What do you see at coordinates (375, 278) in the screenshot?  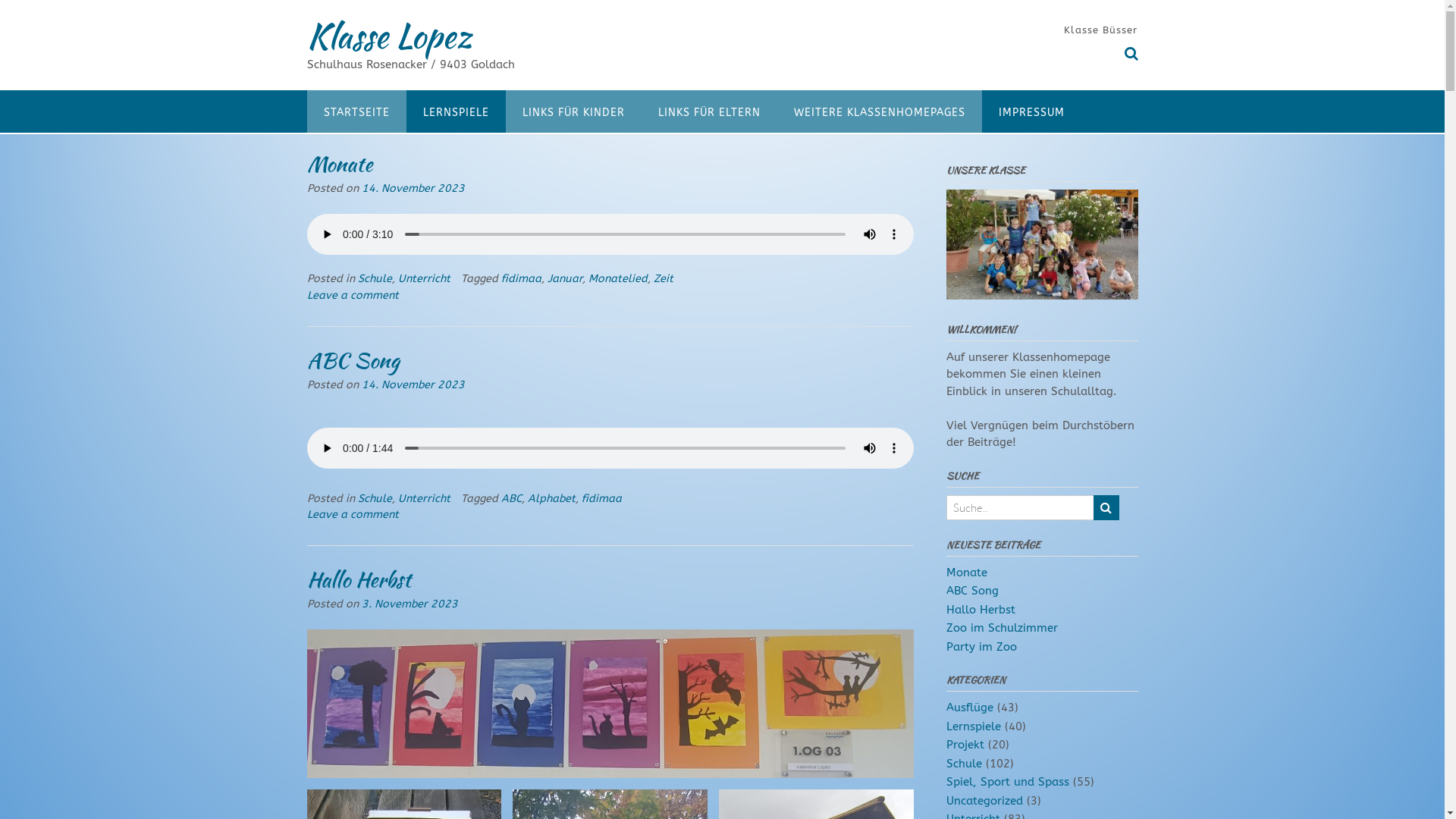 I see `'Schule'` at bounding box center [375, 278].